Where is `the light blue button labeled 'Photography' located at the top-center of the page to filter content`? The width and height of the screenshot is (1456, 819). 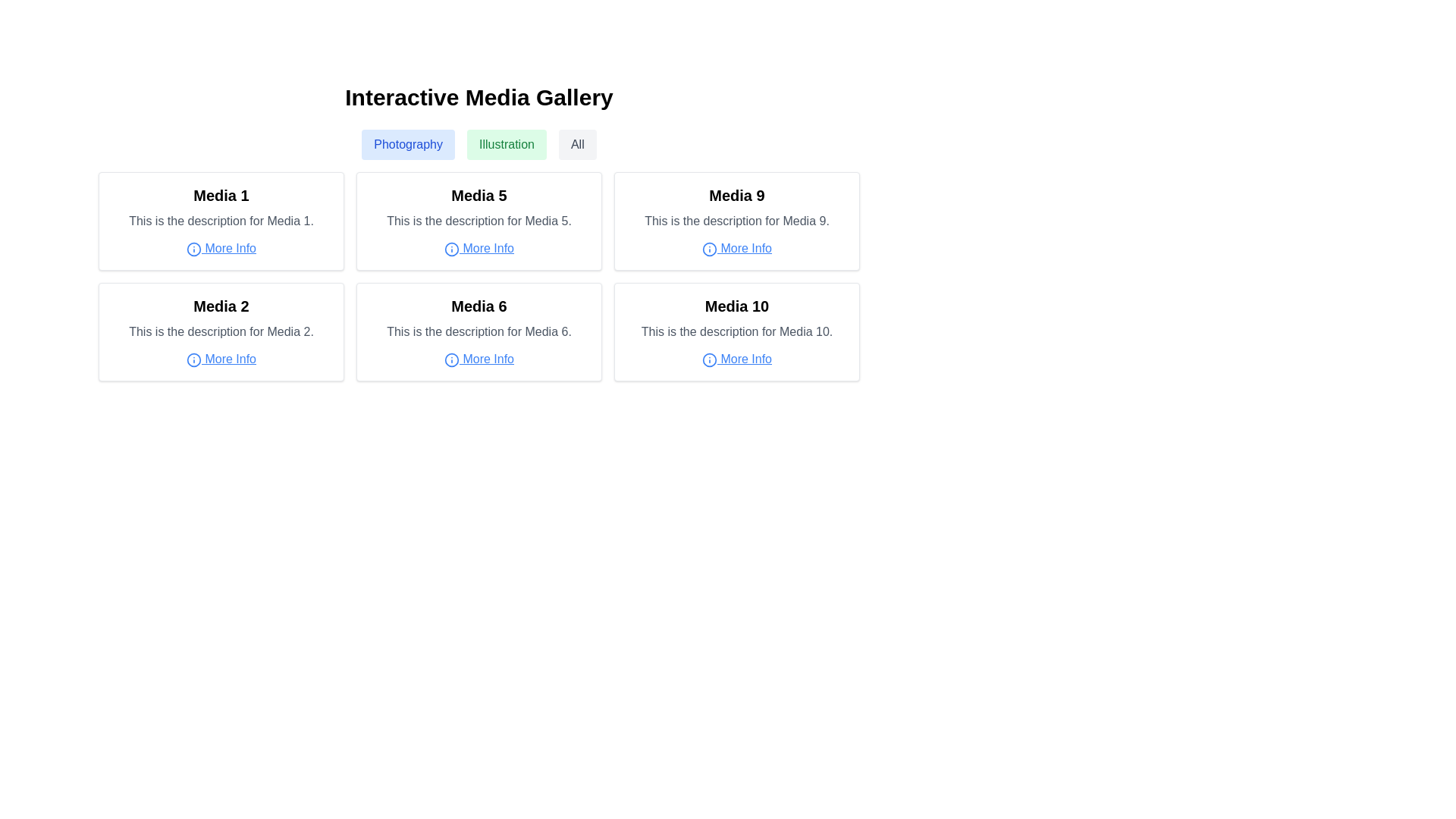
the light blue button labeled 'Photography' located at the top-center of the page to filter content is located at coordinates (408, 145).